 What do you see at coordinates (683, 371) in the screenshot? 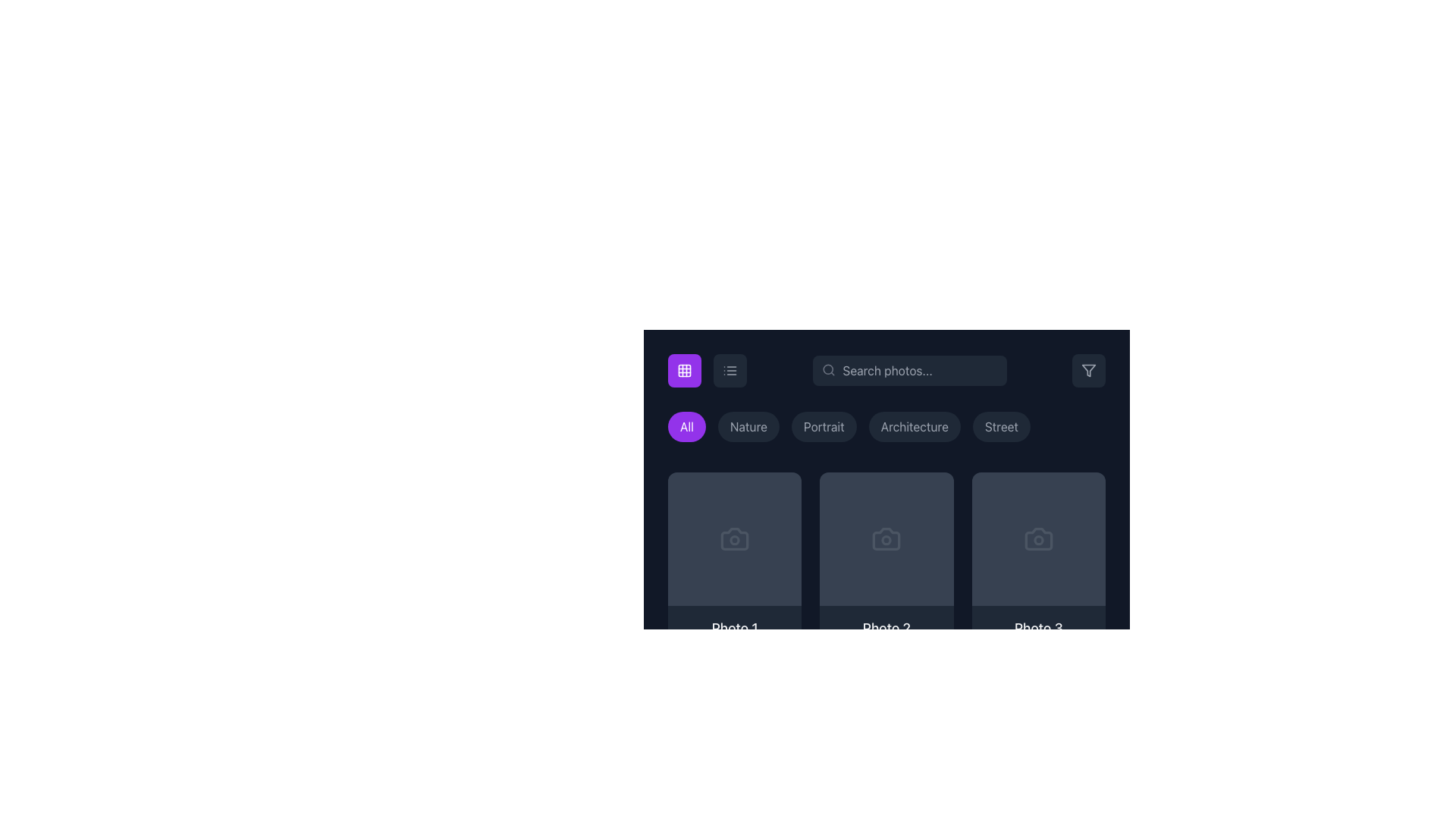
I see `the central square element with rounded corners, styled in purple, located within the highlighted grid icon in the top-left section of the interface` at bounding box center [683, 371].